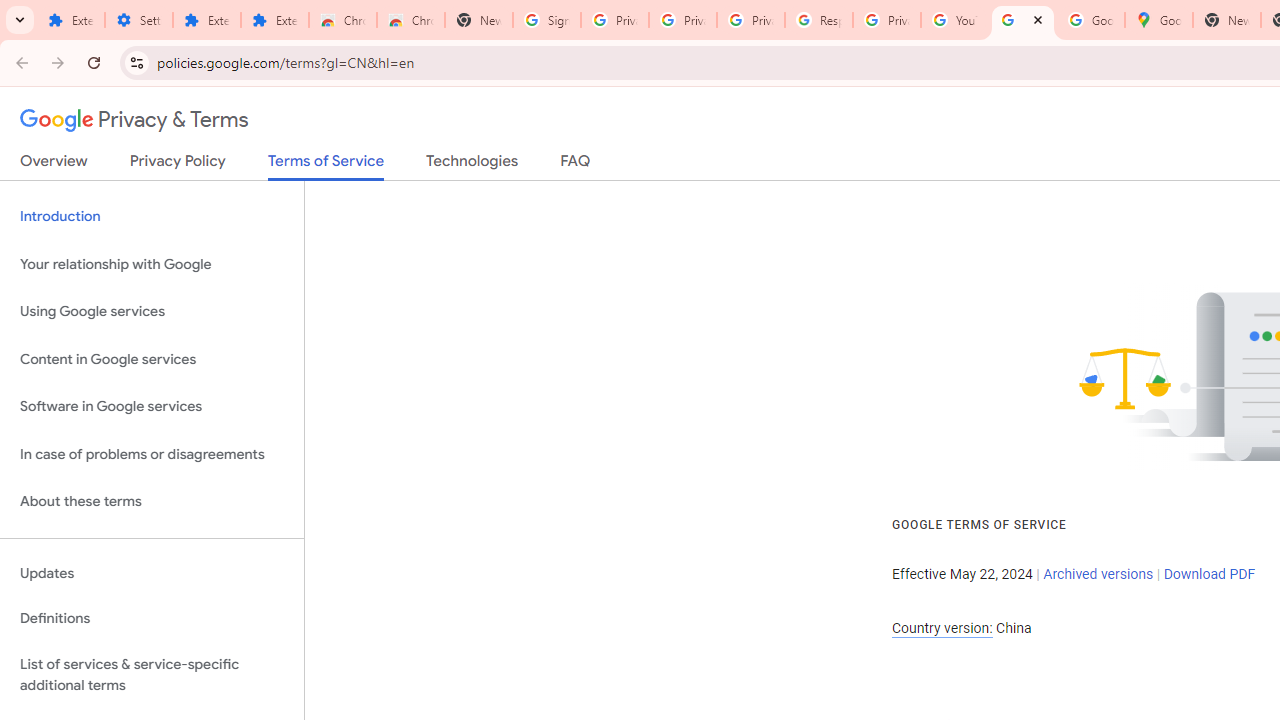  What do you see at coordinates (343, 20) in the screenshot?
I see `'Chrome Web Store'` at bounding box center [343, 20].